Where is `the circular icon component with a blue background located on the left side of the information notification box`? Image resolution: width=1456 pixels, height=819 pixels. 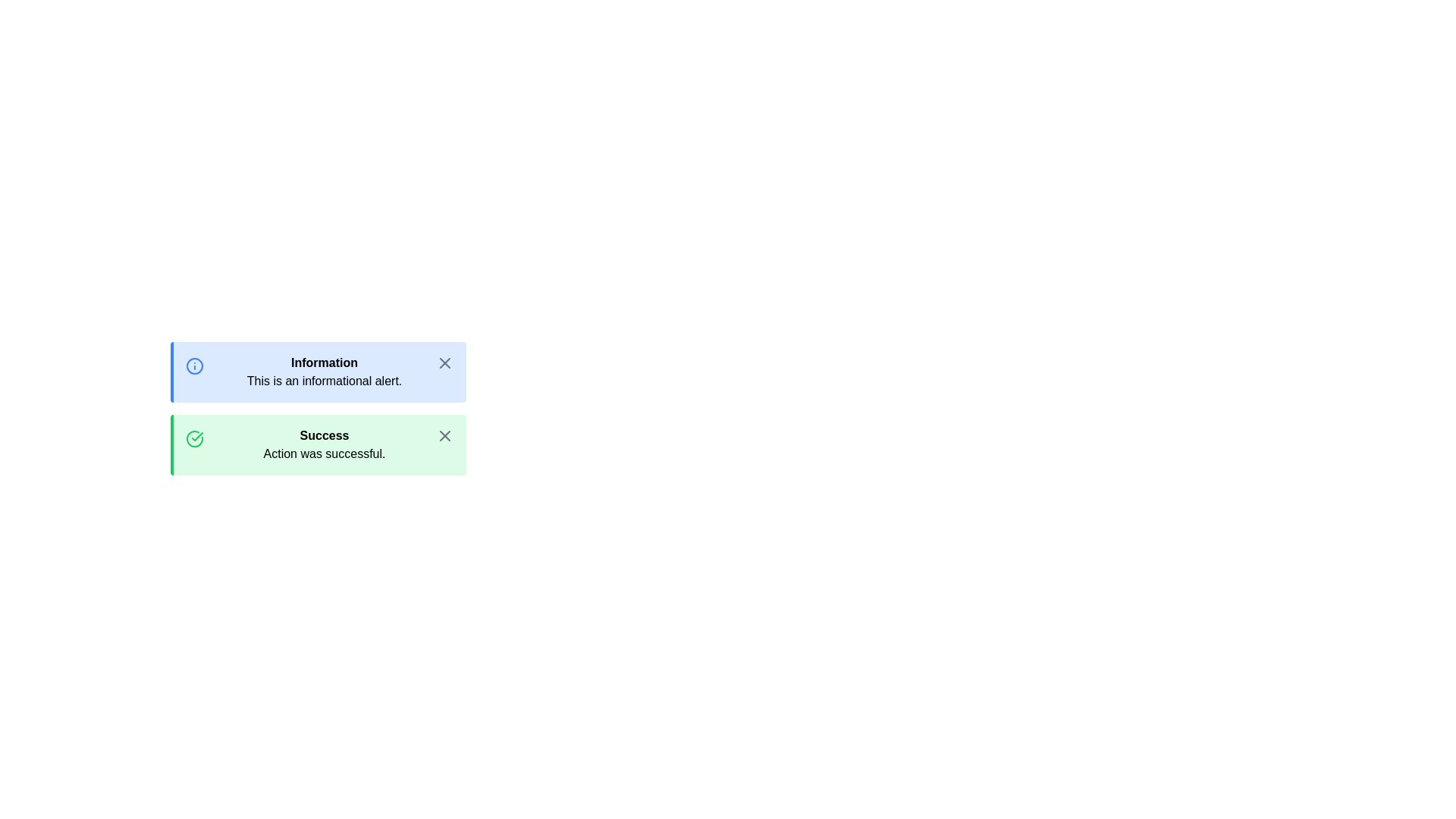
the circular icon component with a blue background located on the left side of the information notification box is located at coordinates (194, 366).